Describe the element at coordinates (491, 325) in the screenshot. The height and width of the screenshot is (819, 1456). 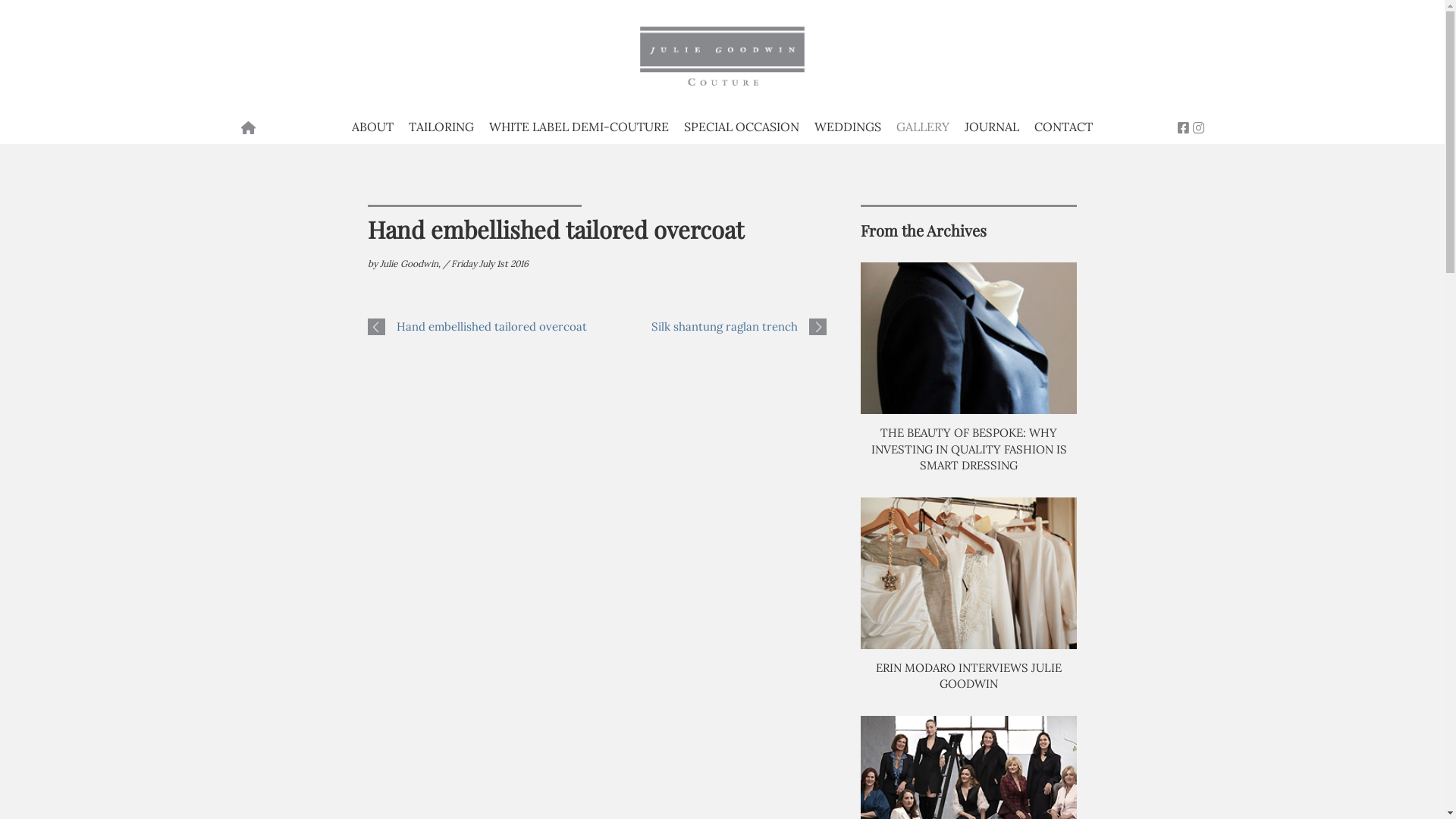
I see `'Hand embellished tailored overcoat'` at that location.